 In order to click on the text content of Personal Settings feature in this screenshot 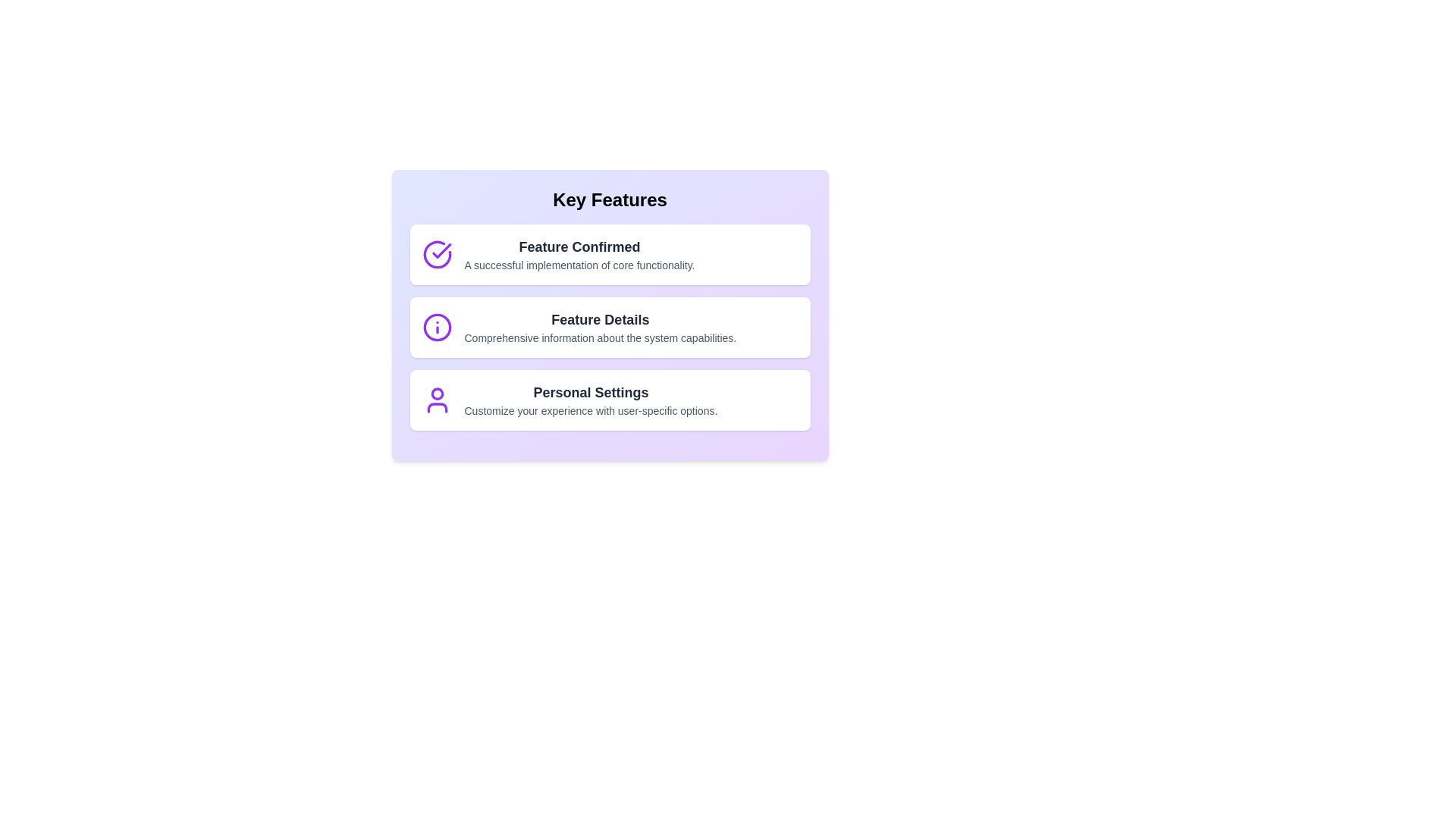, I will do `click(610, 400)`.